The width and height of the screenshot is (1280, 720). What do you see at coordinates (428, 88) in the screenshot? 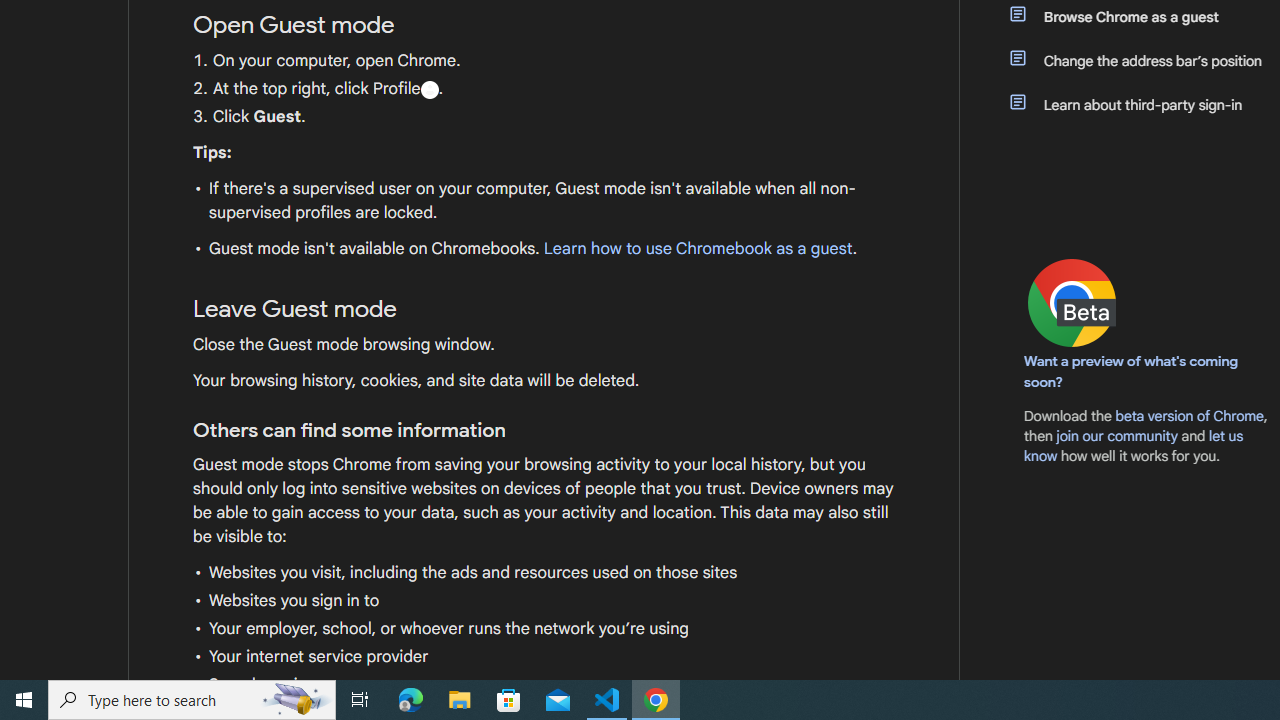
I see `'Profile'` at bounding box center [428, 88].